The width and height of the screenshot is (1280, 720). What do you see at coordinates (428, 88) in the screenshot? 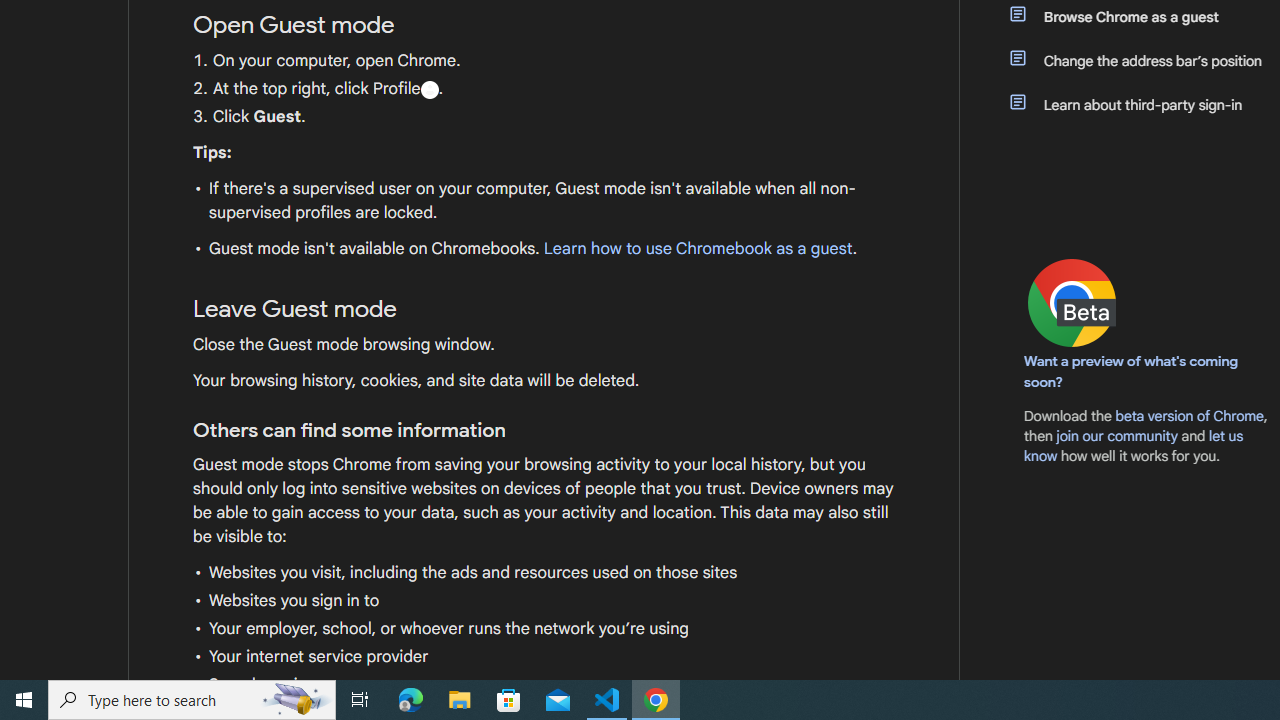
I see `'Profile'` at bounding box center [428, 88].